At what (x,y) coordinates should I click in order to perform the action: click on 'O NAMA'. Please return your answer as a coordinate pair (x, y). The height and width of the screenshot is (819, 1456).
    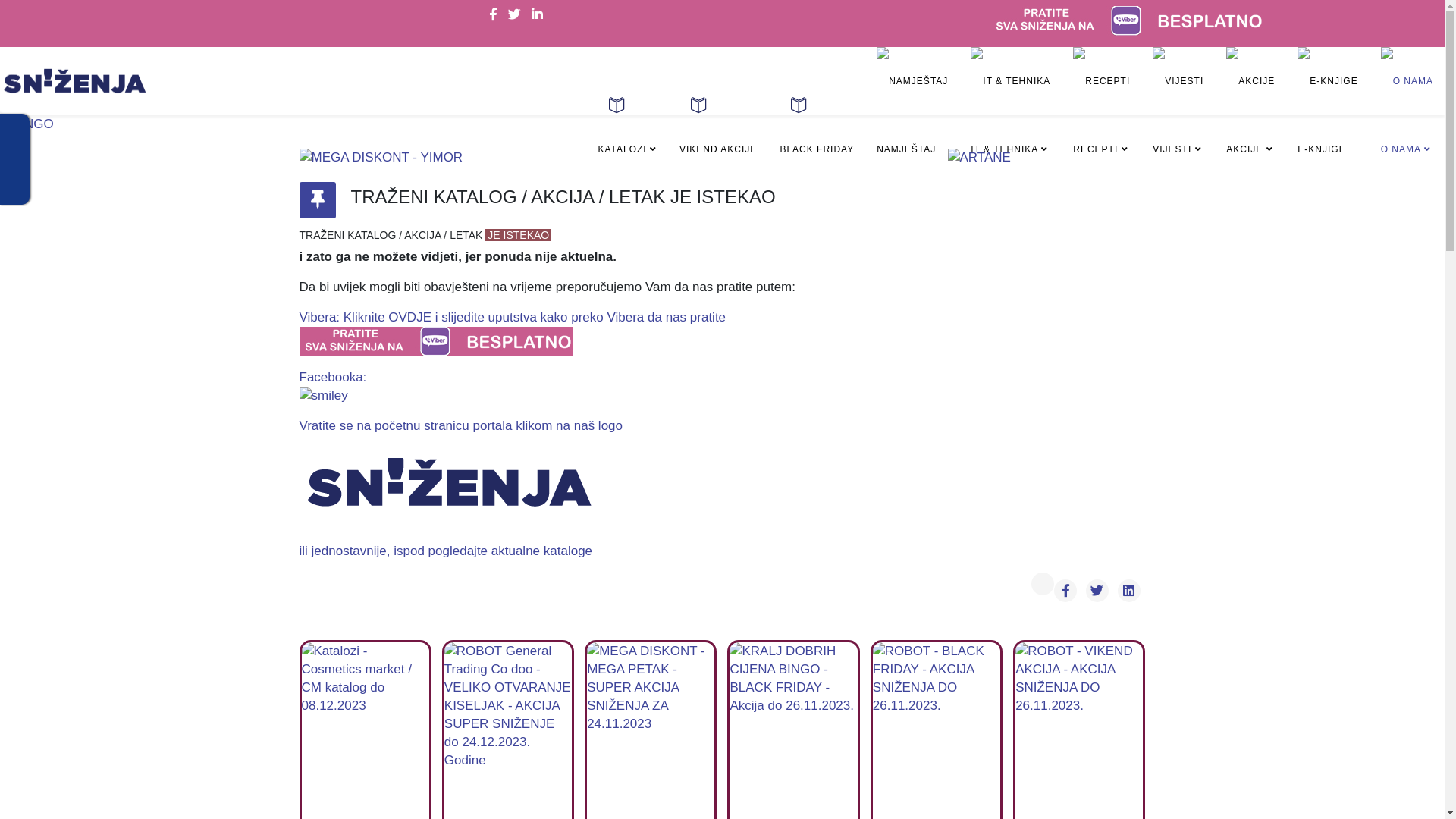
    Looking at the image, I should click on (1406, 114).